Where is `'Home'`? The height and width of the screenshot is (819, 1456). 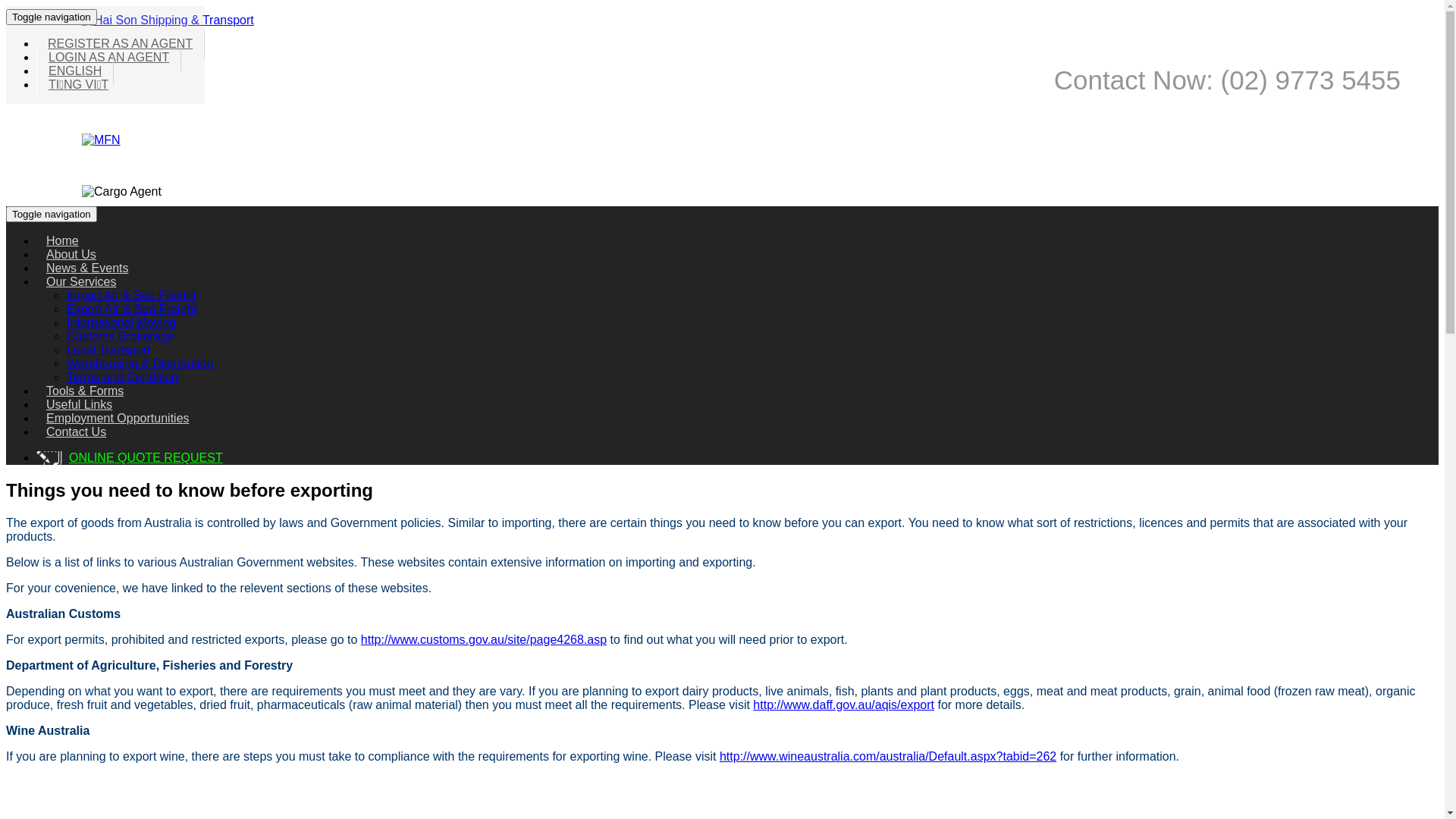
'Home' is located at coordinates (61, 240).